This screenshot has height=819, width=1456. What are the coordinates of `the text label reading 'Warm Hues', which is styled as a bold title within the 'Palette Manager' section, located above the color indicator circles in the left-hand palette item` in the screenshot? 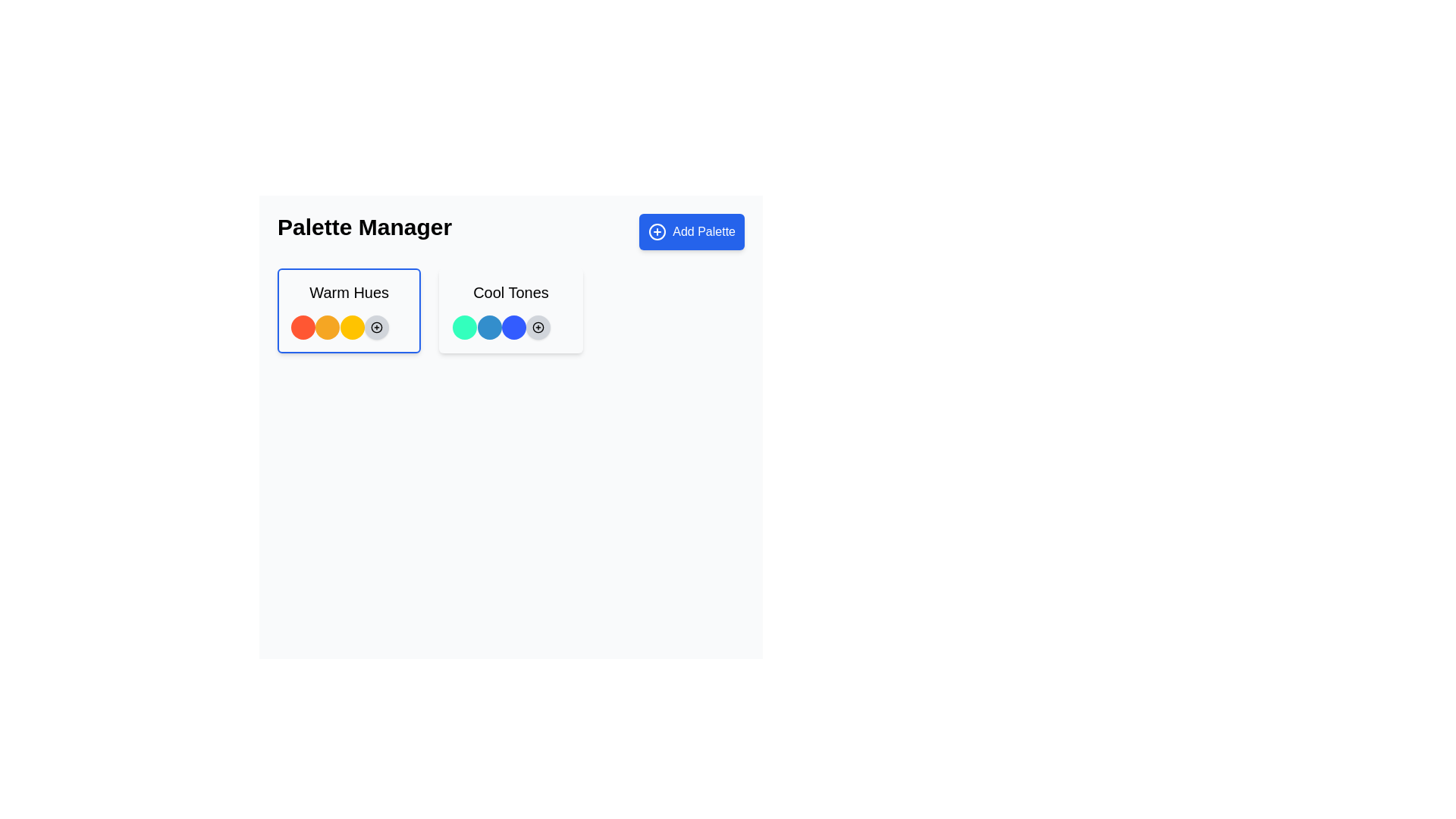 It's located at (348, 292).